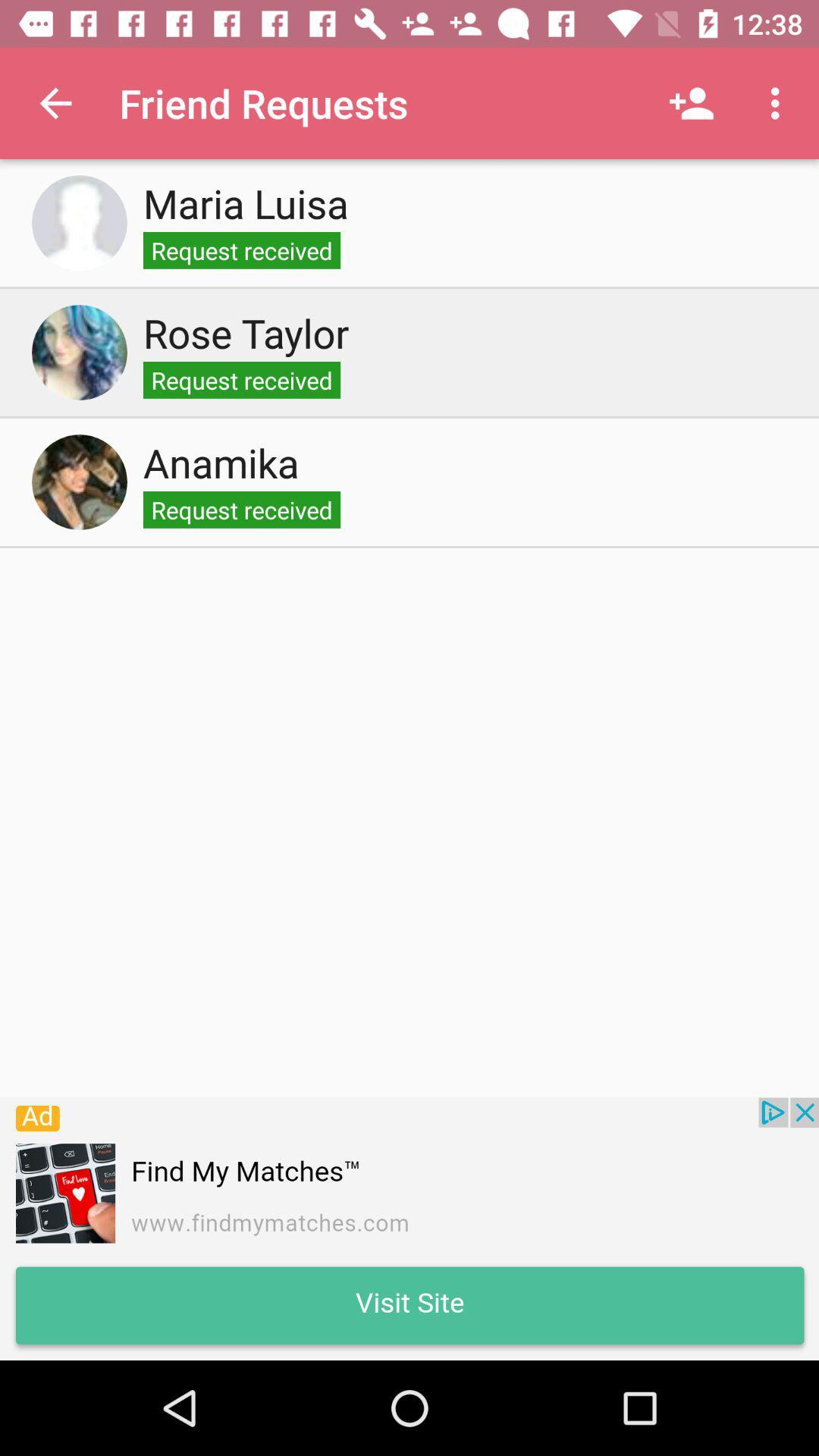 This screenshot has width=819, height=1456. Describe the element at coordinates (79, 482) in the screenshot. I see `see profile` at that location.